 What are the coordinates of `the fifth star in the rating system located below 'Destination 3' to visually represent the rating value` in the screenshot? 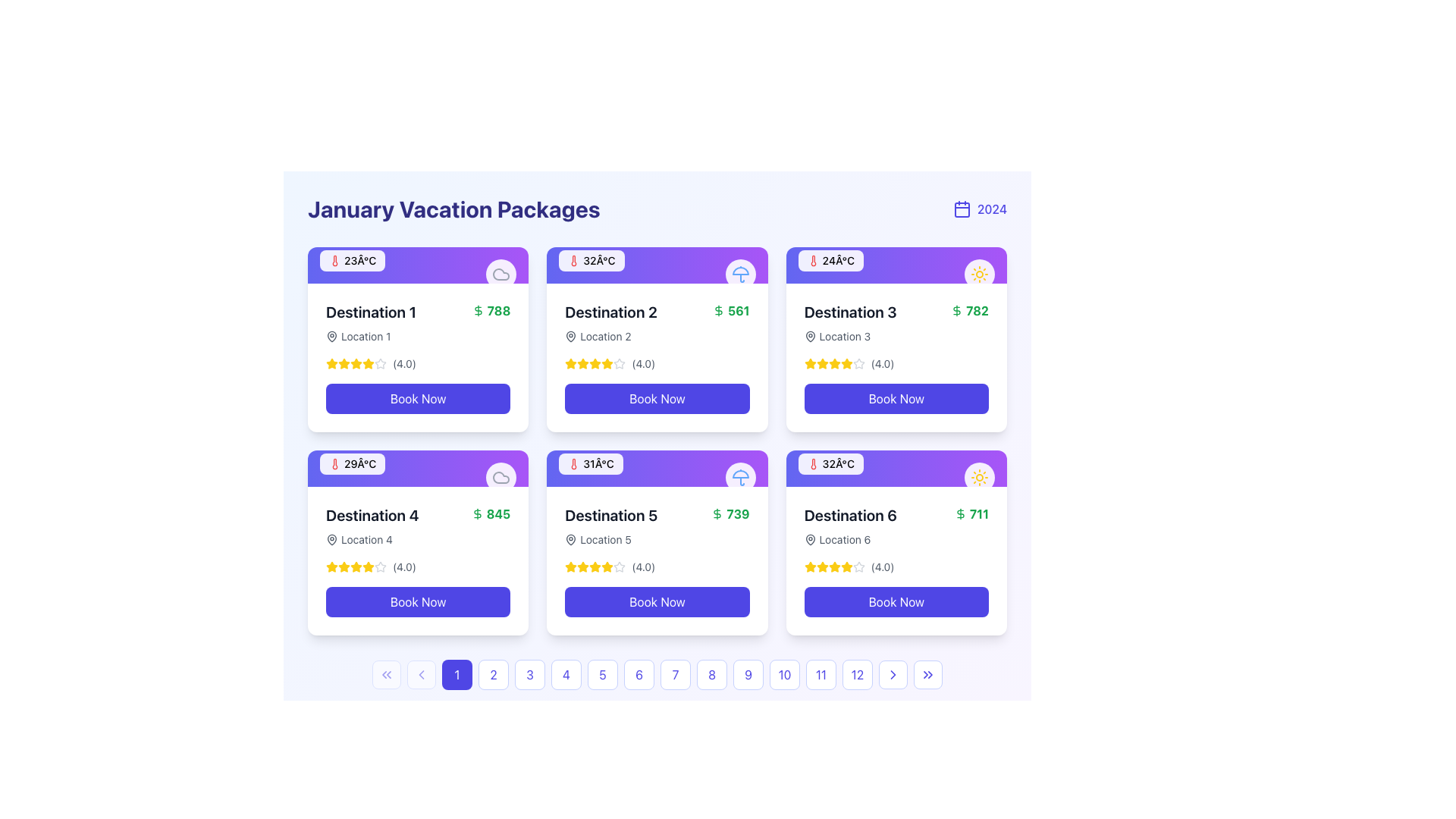 It's located at (846, 363).